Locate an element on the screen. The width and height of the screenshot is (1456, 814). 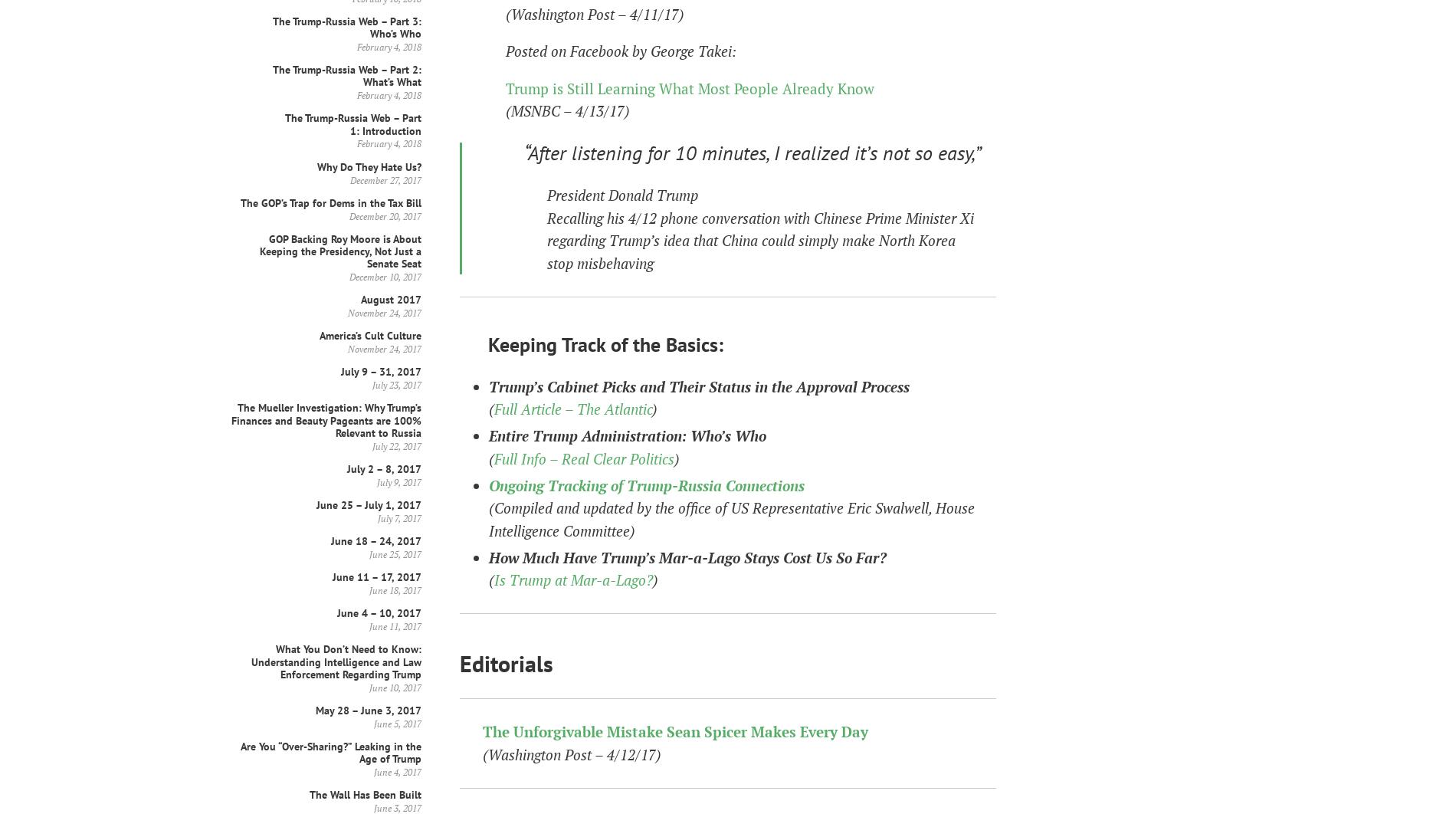
'Editorials' is located at coordinates (507, 662).